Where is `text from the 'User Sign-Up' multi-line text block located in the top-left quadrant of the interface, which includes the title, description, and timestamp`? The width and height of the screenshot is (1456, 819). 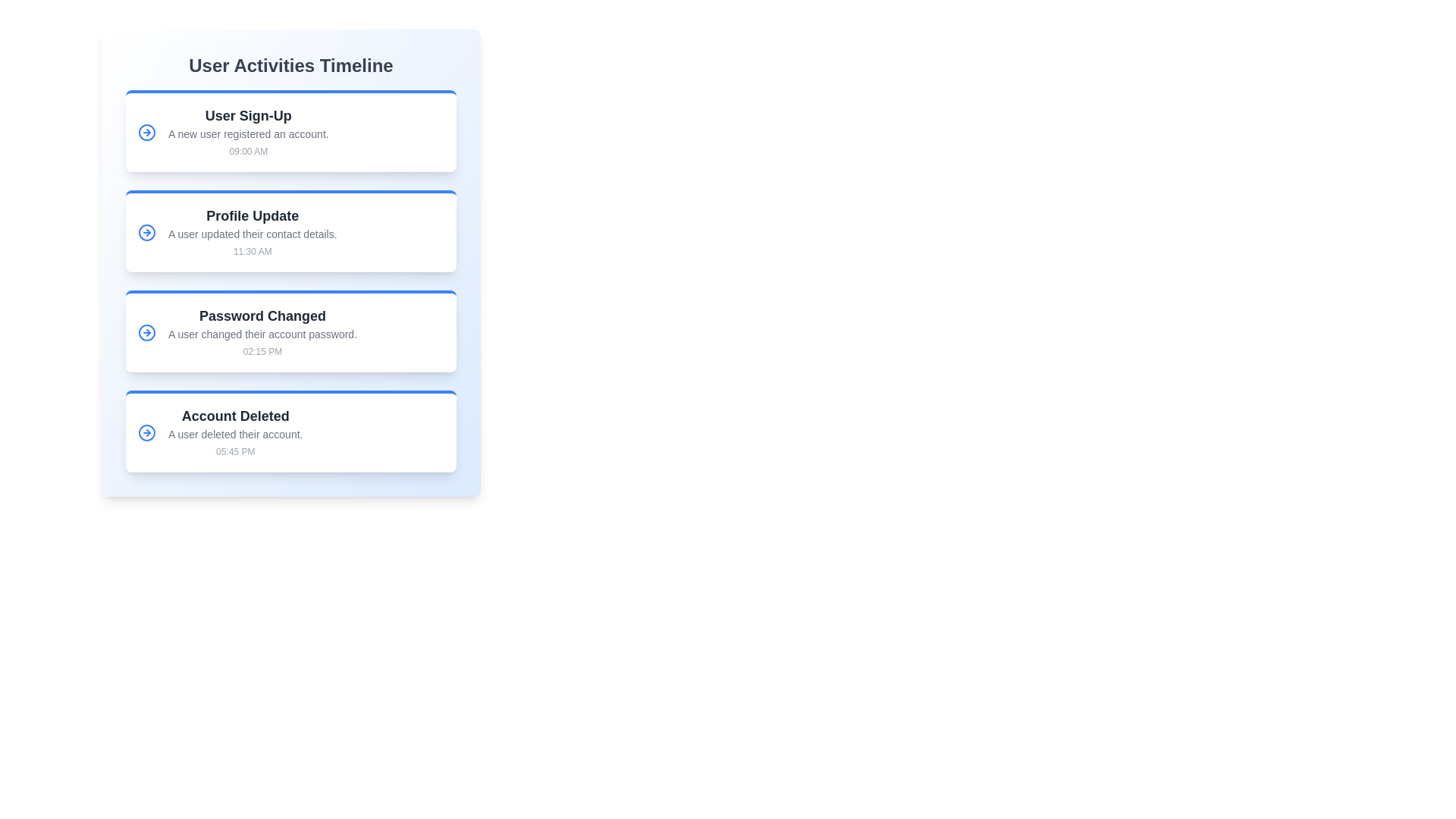 text from the 'User Sign-Up' multi-line text block located in the top-left quadrant of the interface, which includes the title, description, and timestamp is located at coordinates (248, 131).